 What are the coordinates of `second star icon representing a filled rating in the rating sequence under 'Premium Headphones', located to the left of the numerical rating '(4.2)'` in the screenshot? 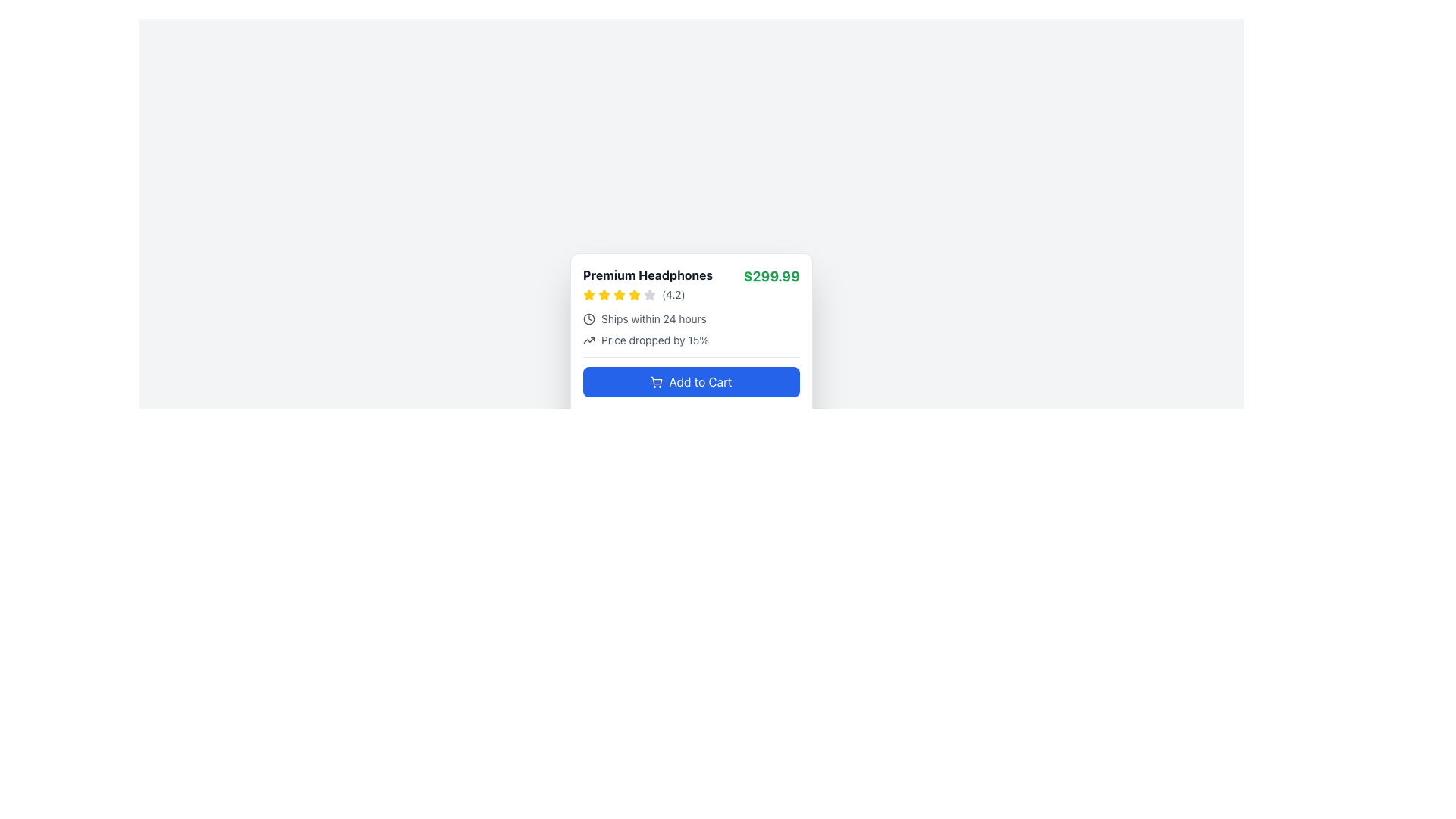 It's located at (588, 294).